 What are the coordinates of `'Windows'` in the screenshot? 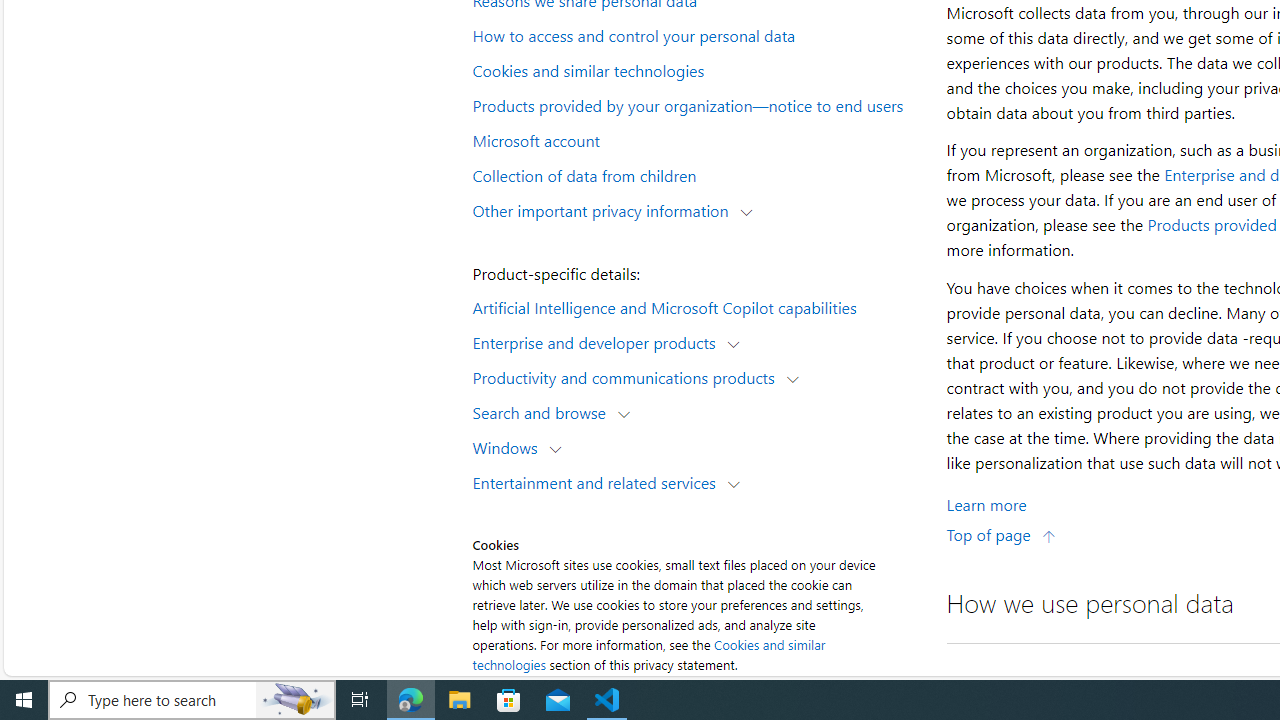 It's located at (510, 446).